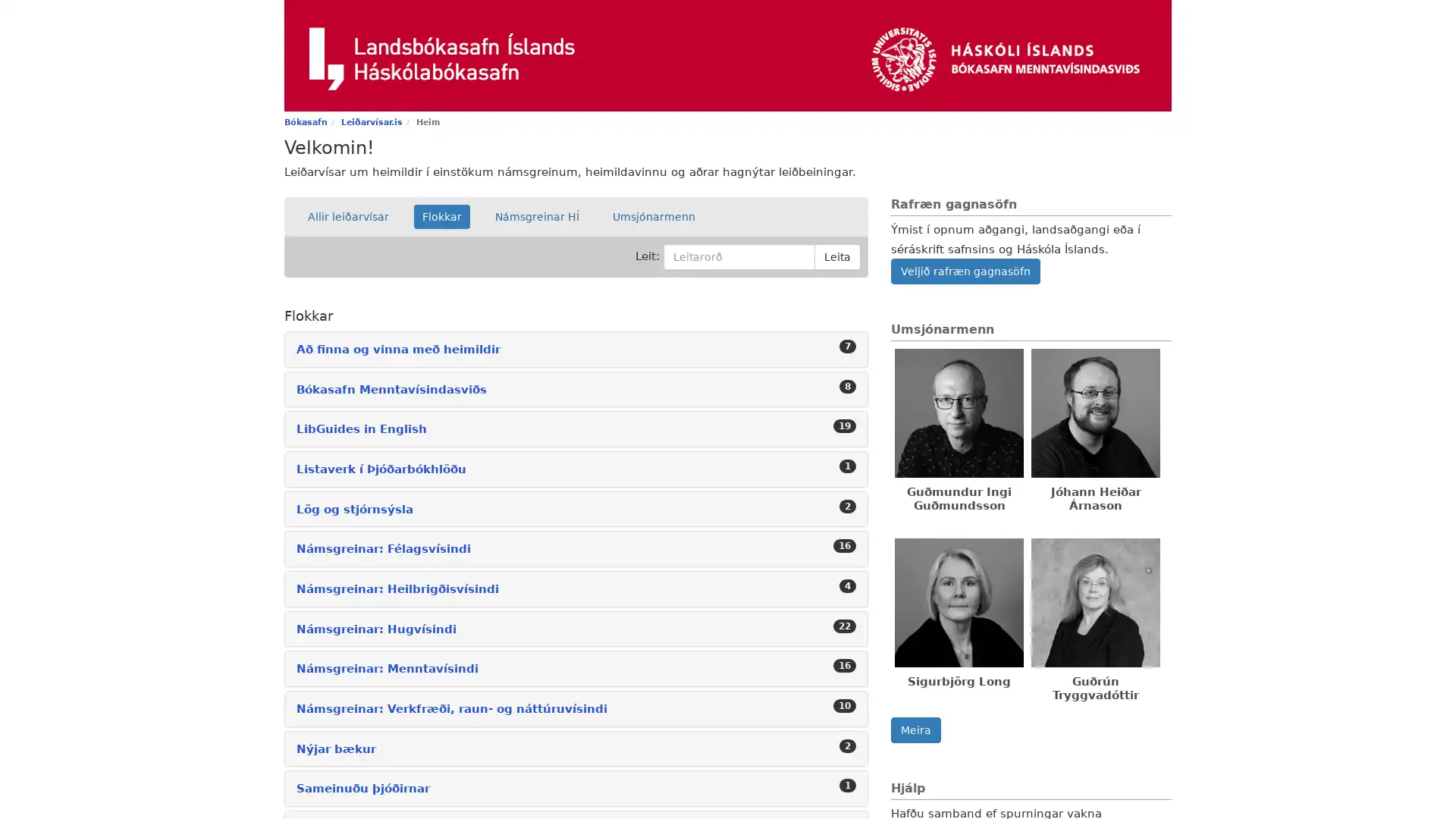 The height and width of the screenshot is (819, 1456). Describe the element at coordinates (654, 216) in the screenshot. I see `Umsjonarmenn` at that location.